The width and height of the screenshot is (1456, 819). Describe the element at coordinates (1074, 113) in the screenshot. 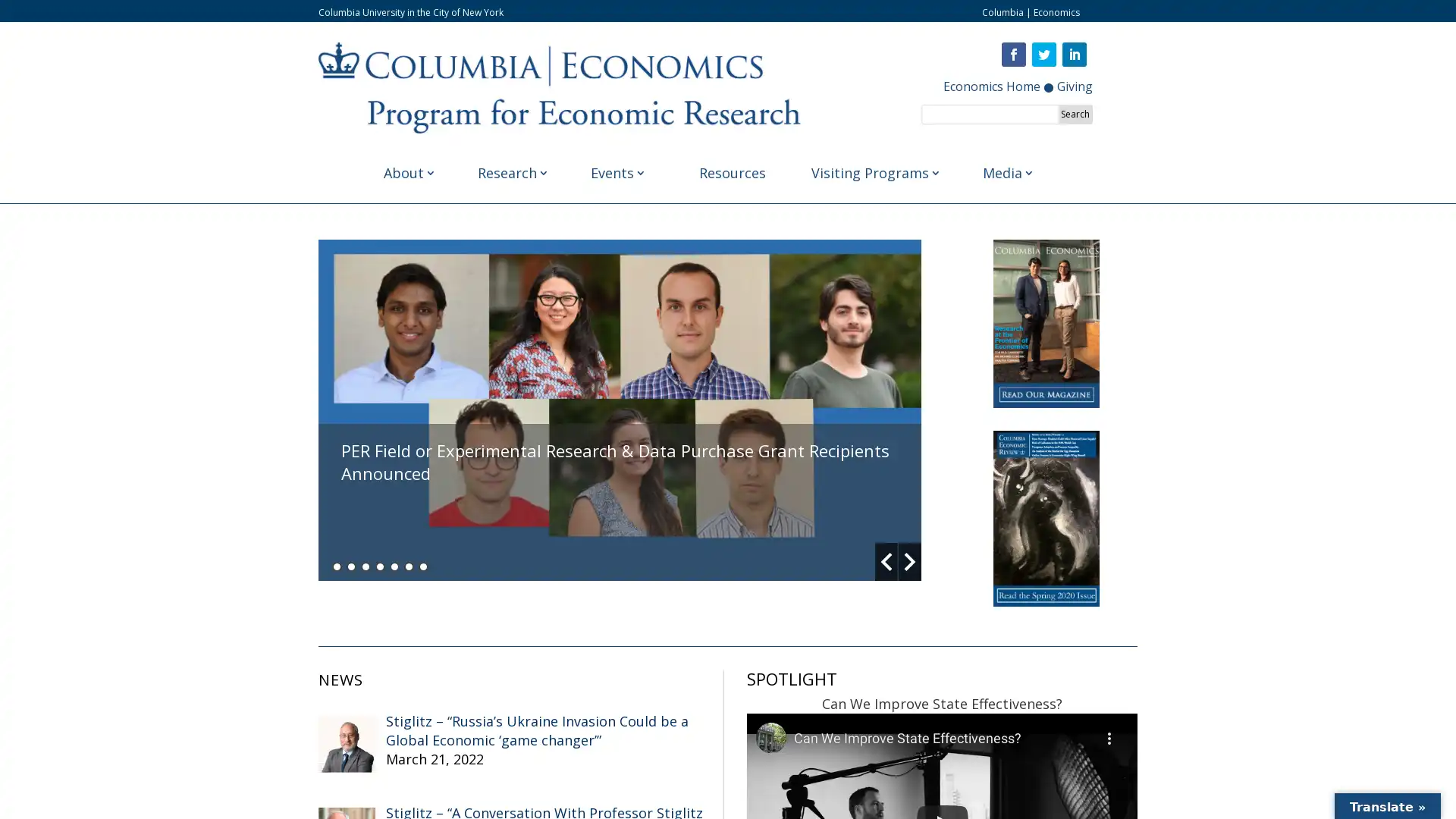

I see `Search` at that location.